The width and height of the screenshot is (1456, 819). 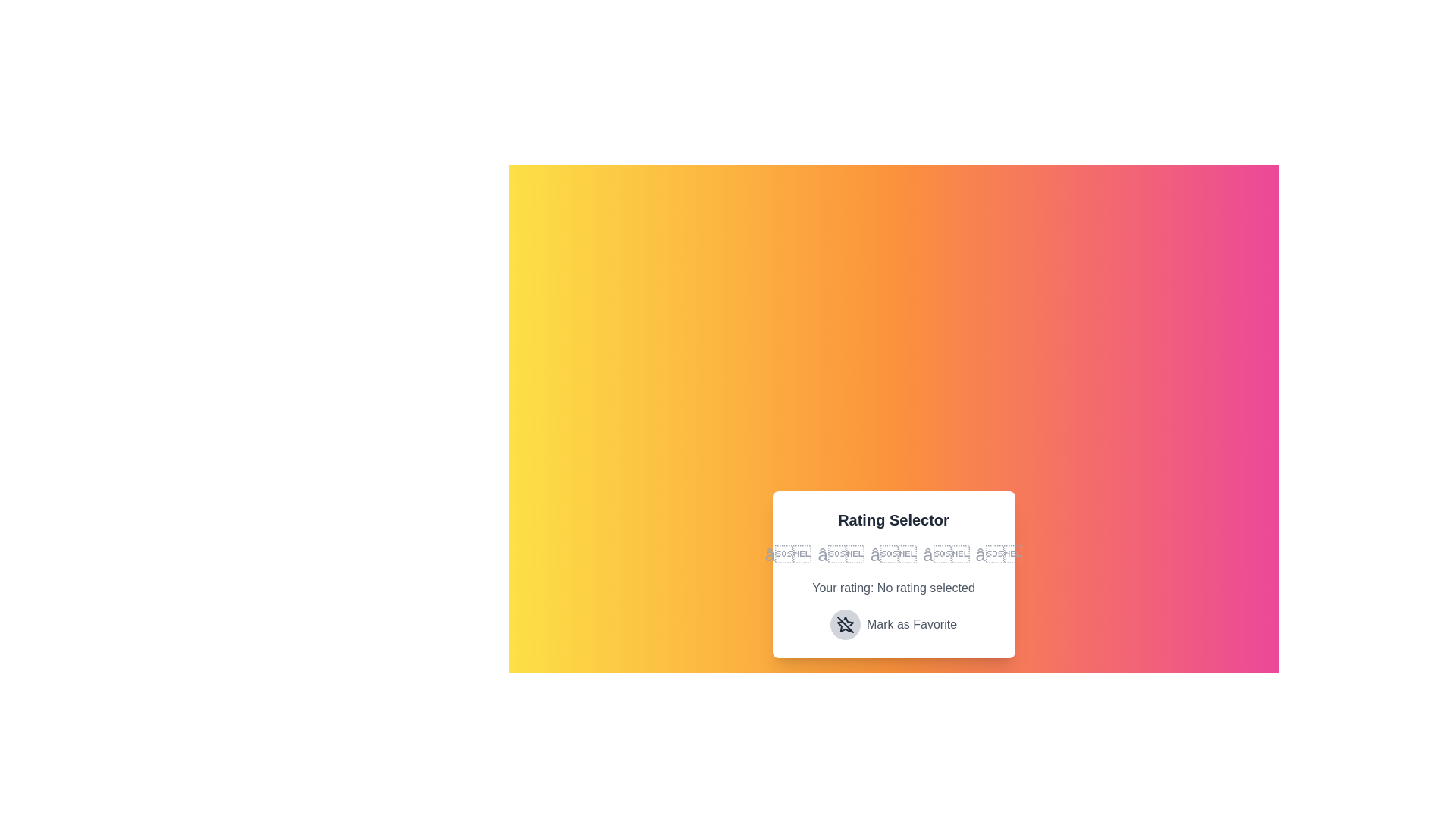 I want to click on the 'Mark as Favorite' button, which features a star icon with a slash and is styled in gray, located below 'Your rating: No rating selected', so click(x=893, y=625).